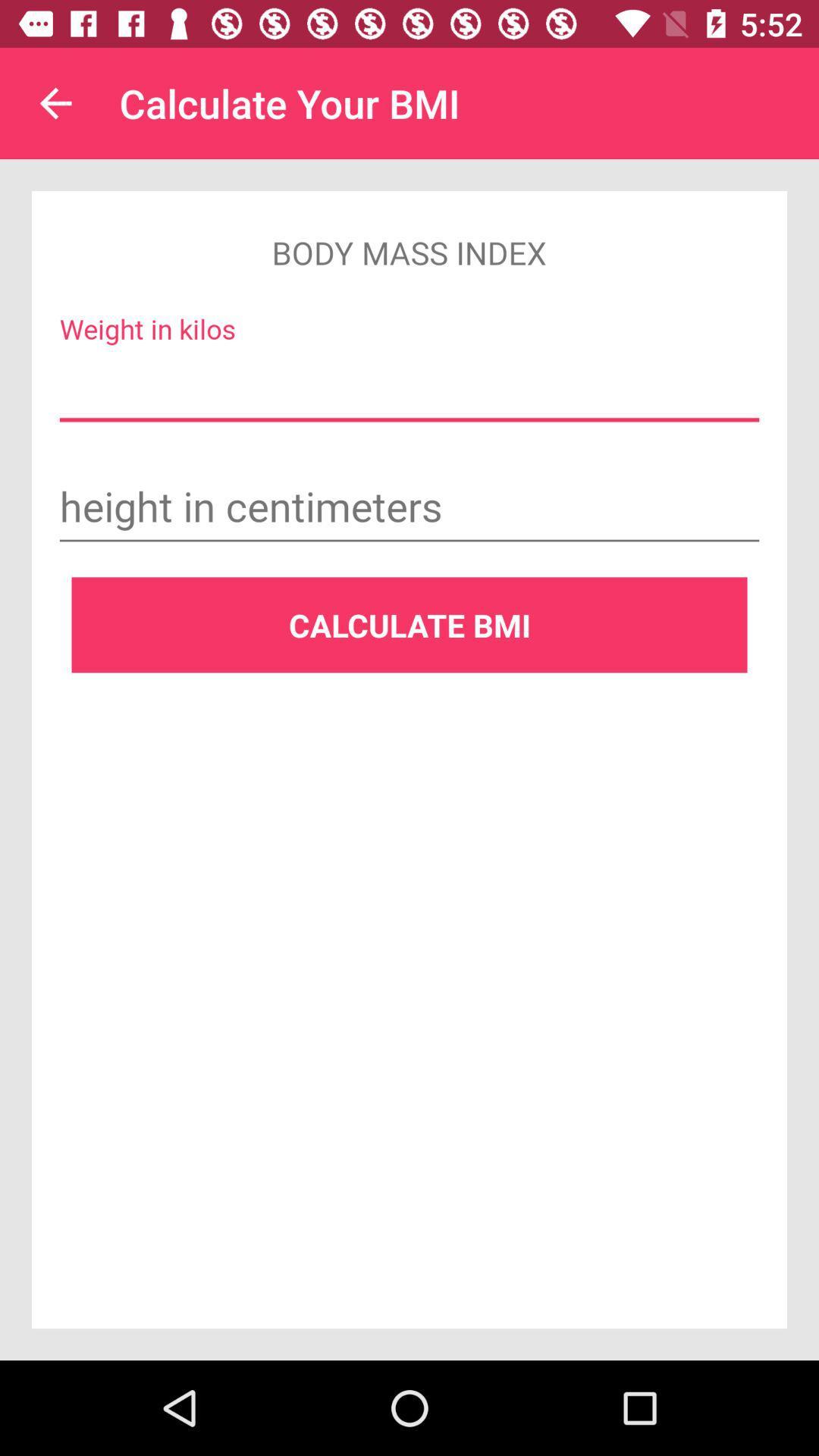  I want to click on text box, so click(409, 509).